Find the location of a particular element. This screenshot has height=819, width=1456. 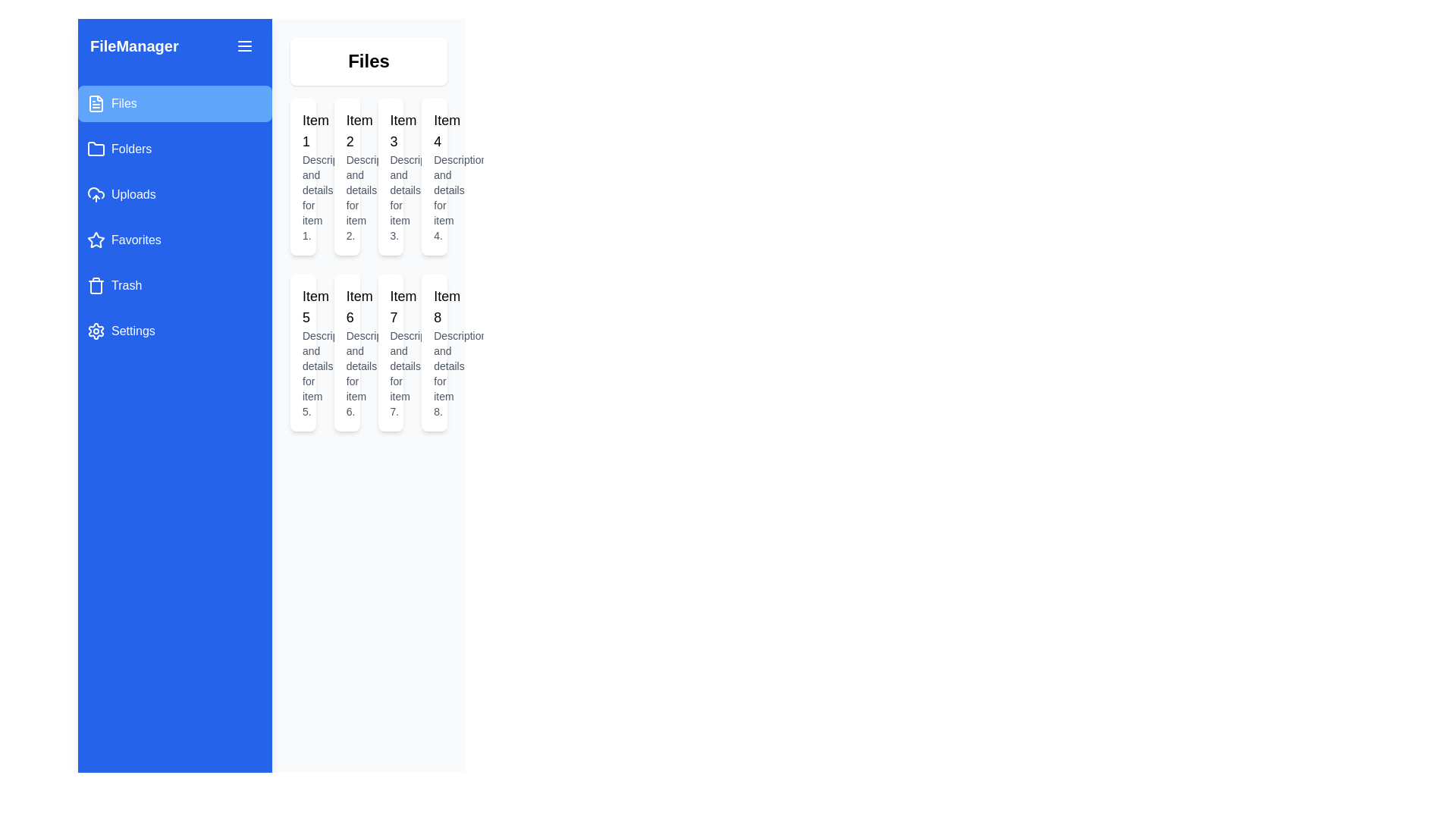

the text label 'Item 8' which is styled with a larger and bold font, located at the top of a card structure in the second column, third row of a grid is located at coordinates (434, 307).